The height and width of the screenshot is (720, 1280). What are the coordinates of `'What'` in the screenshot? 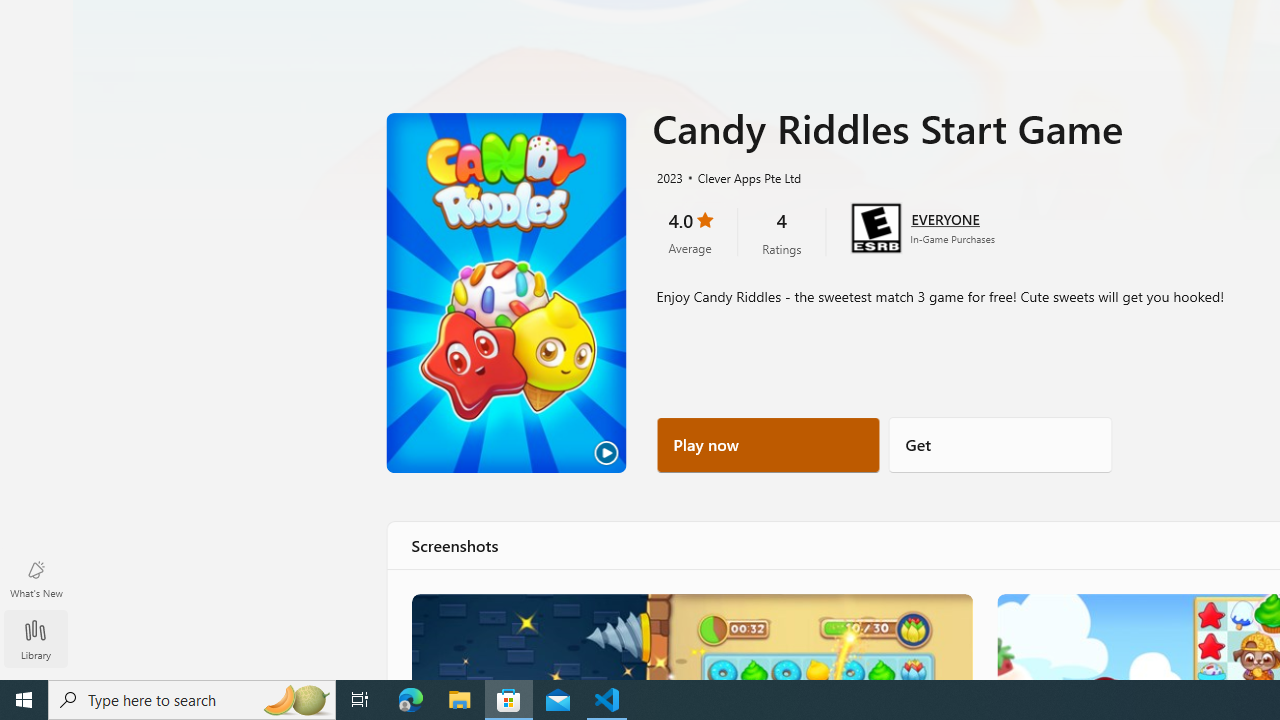 It's located at (35, 578).